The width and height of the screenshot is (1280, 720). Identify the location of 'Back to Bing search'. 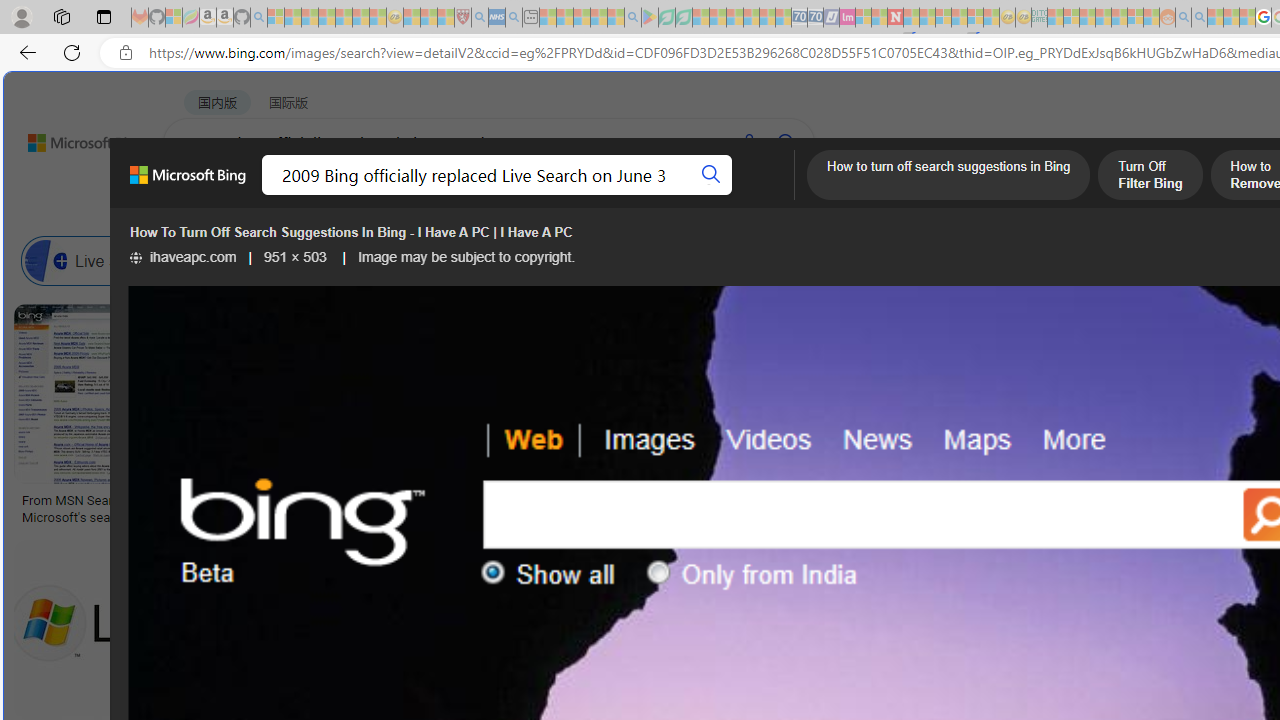
(73, 137).